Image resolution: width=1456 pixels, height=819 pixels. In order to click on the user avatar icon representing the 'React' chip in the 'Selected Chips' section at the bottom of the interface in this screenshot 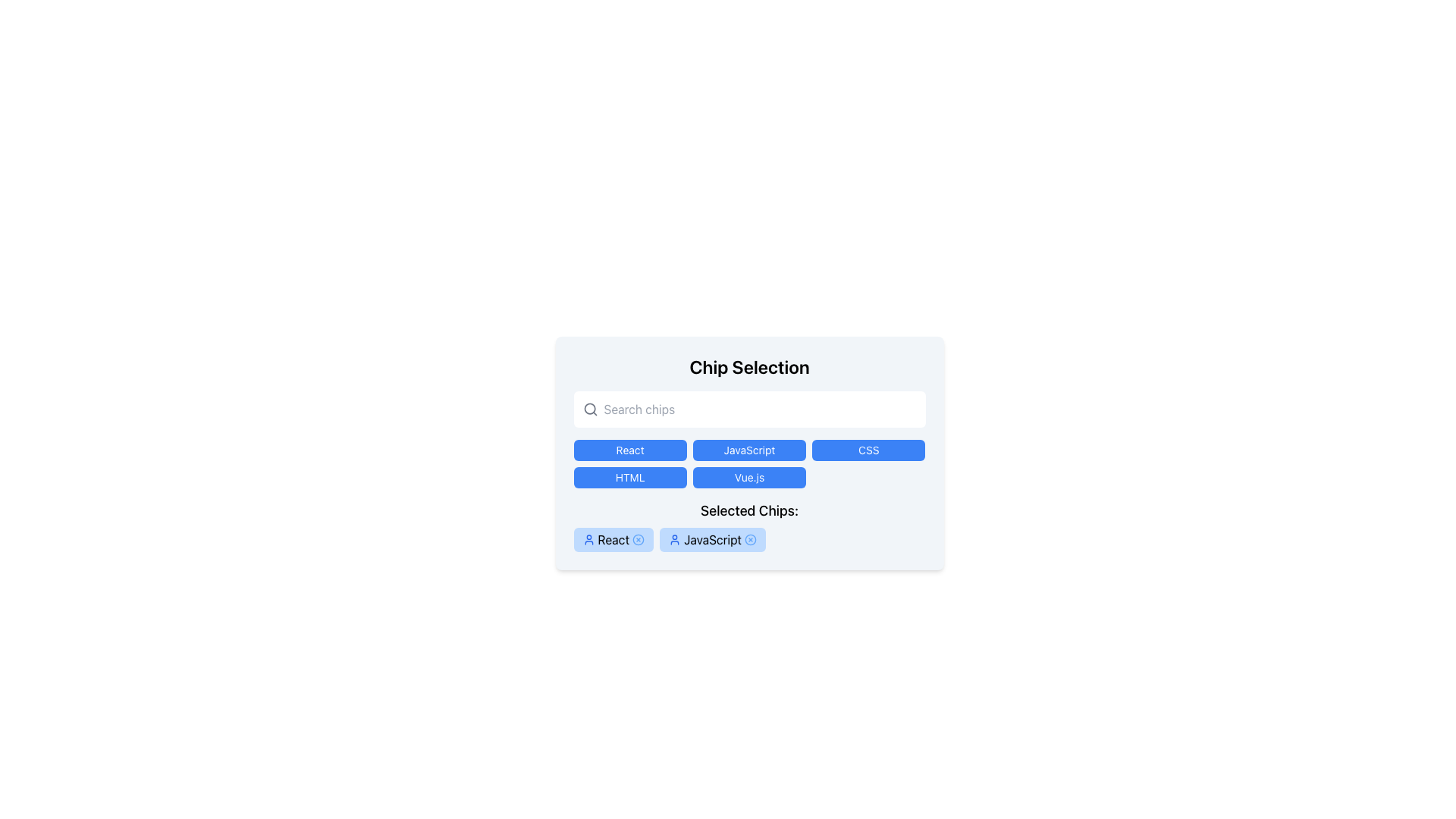, I will do `click(588, 539)`.